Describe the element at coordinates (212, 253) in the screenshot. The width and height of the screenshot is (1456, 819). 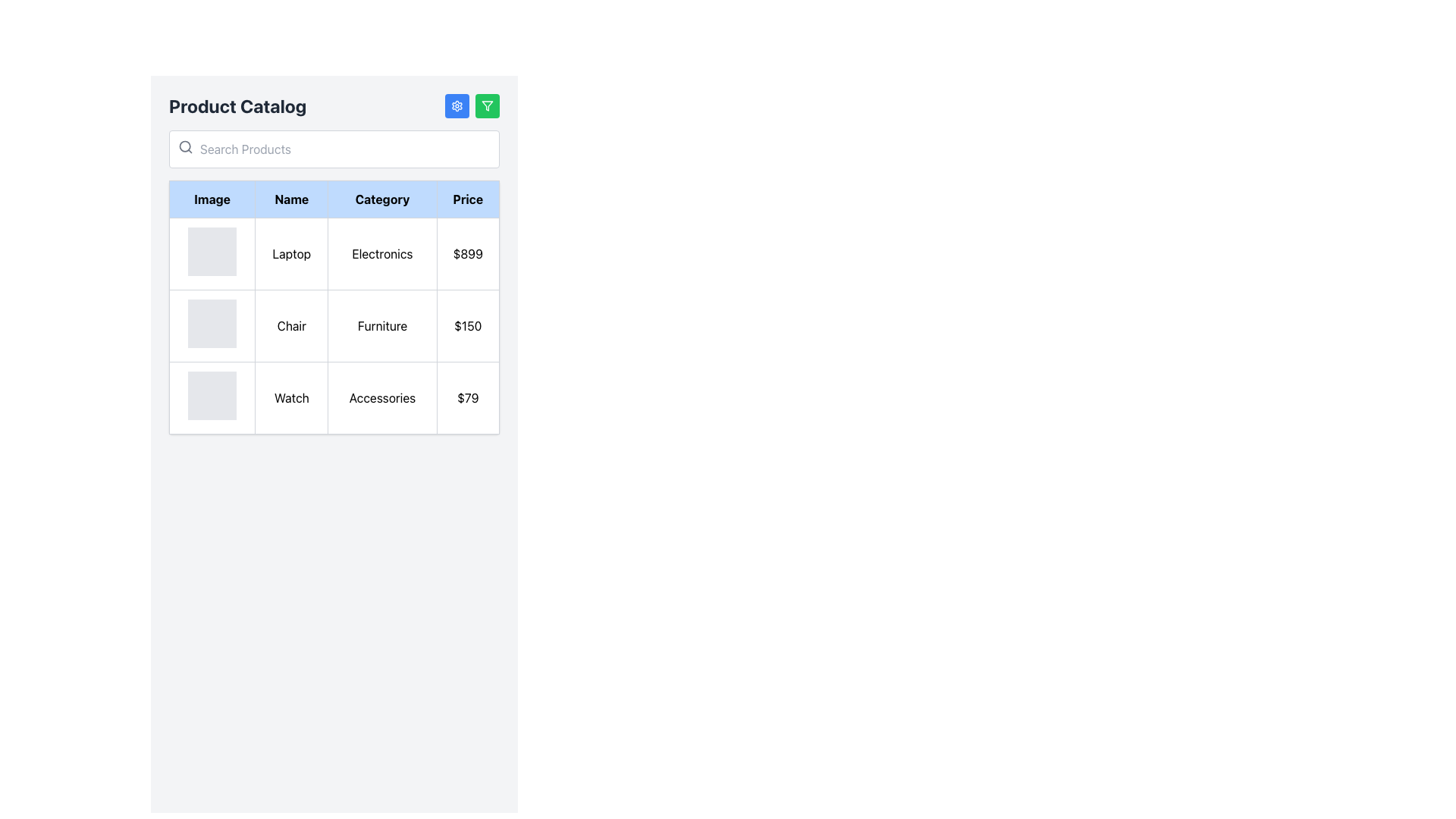
I see `the square area with a light gray background located in the 'Image' column of the first row in the product table` at that location.